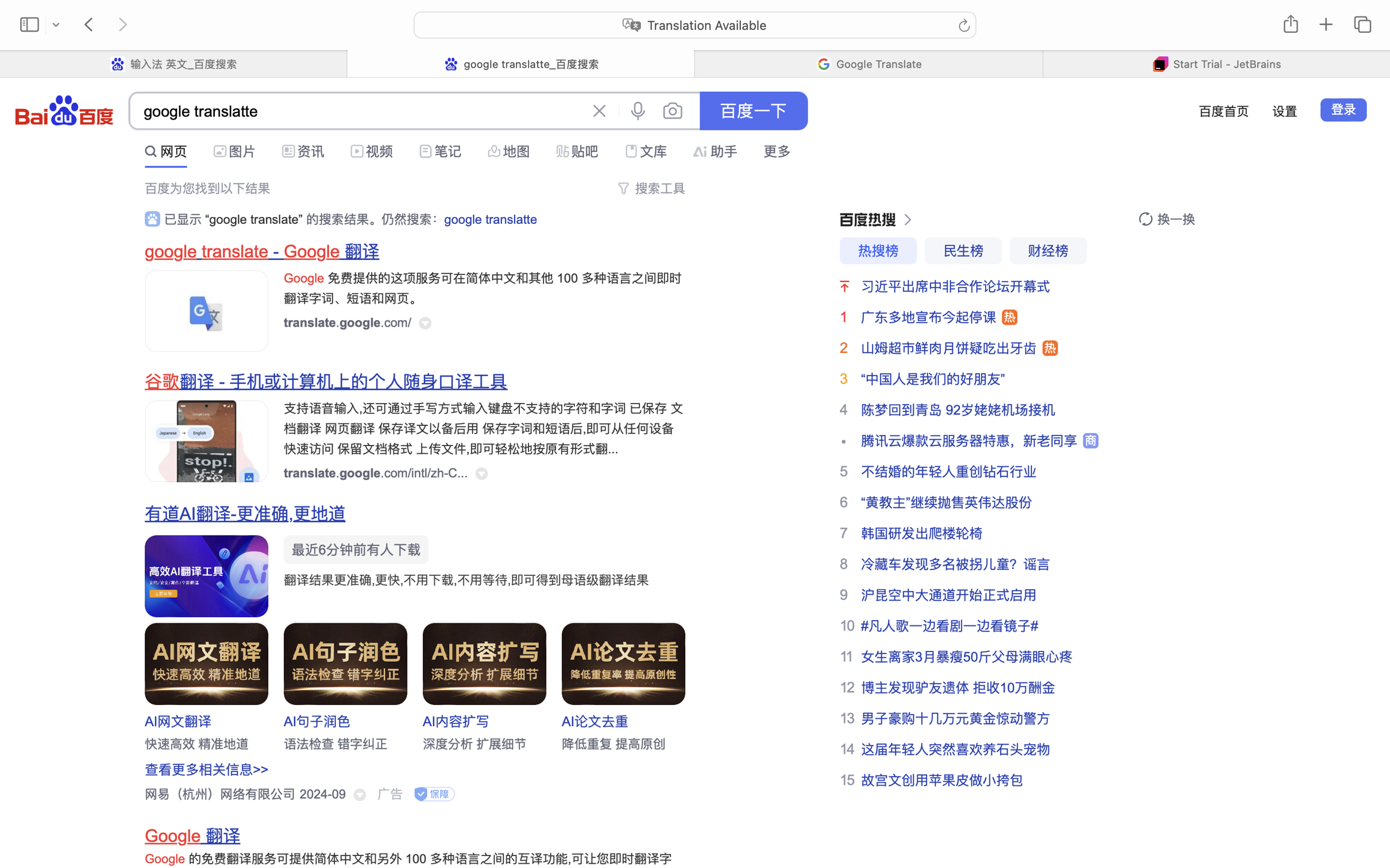  What do you see at coordinates (843, 378) in the screenshot?
I see `'3'` at bounding box center [843, 378].